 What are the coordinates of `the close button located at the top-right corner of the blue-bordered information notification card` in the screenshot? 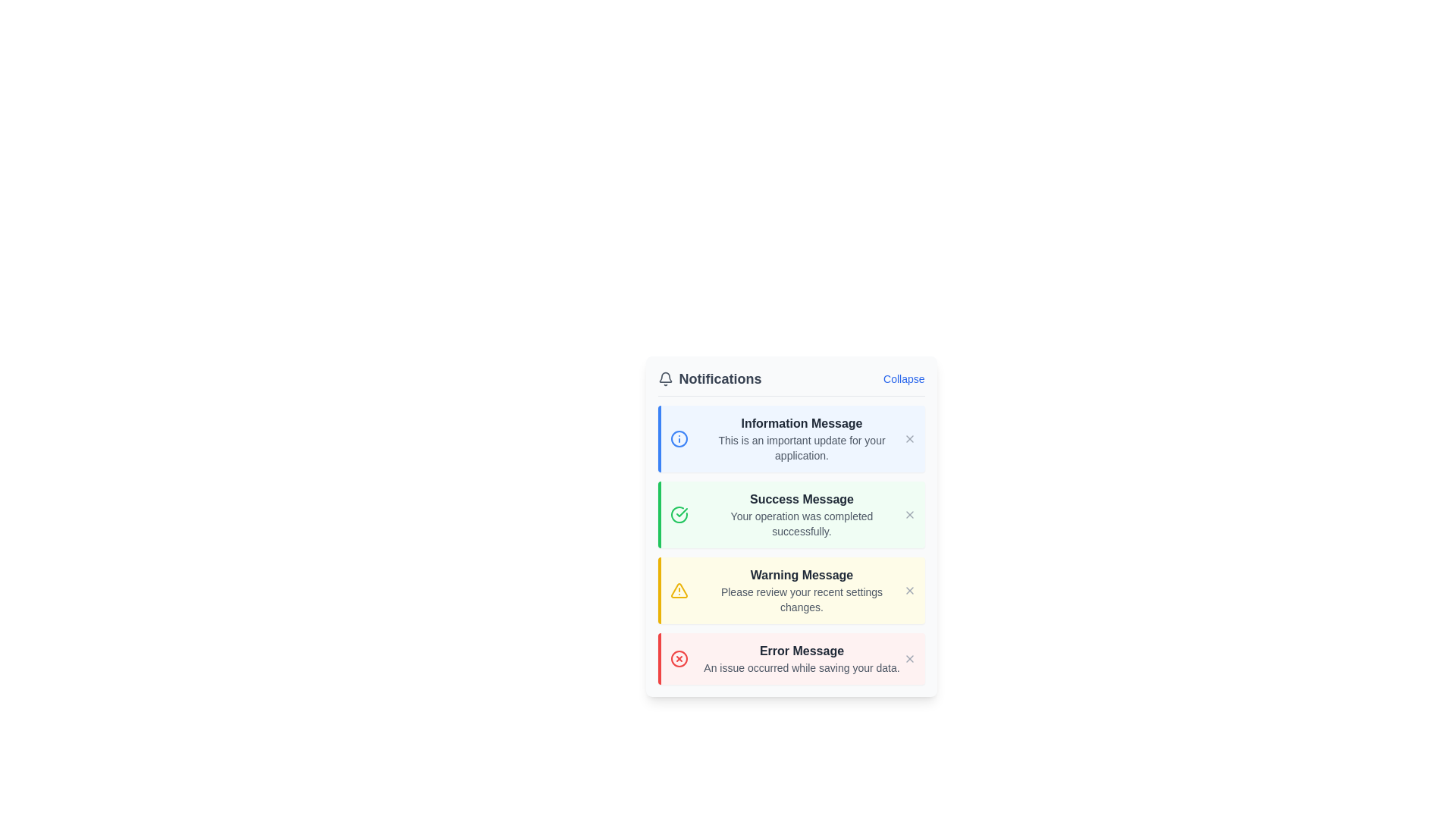 It's located at (909, 438).